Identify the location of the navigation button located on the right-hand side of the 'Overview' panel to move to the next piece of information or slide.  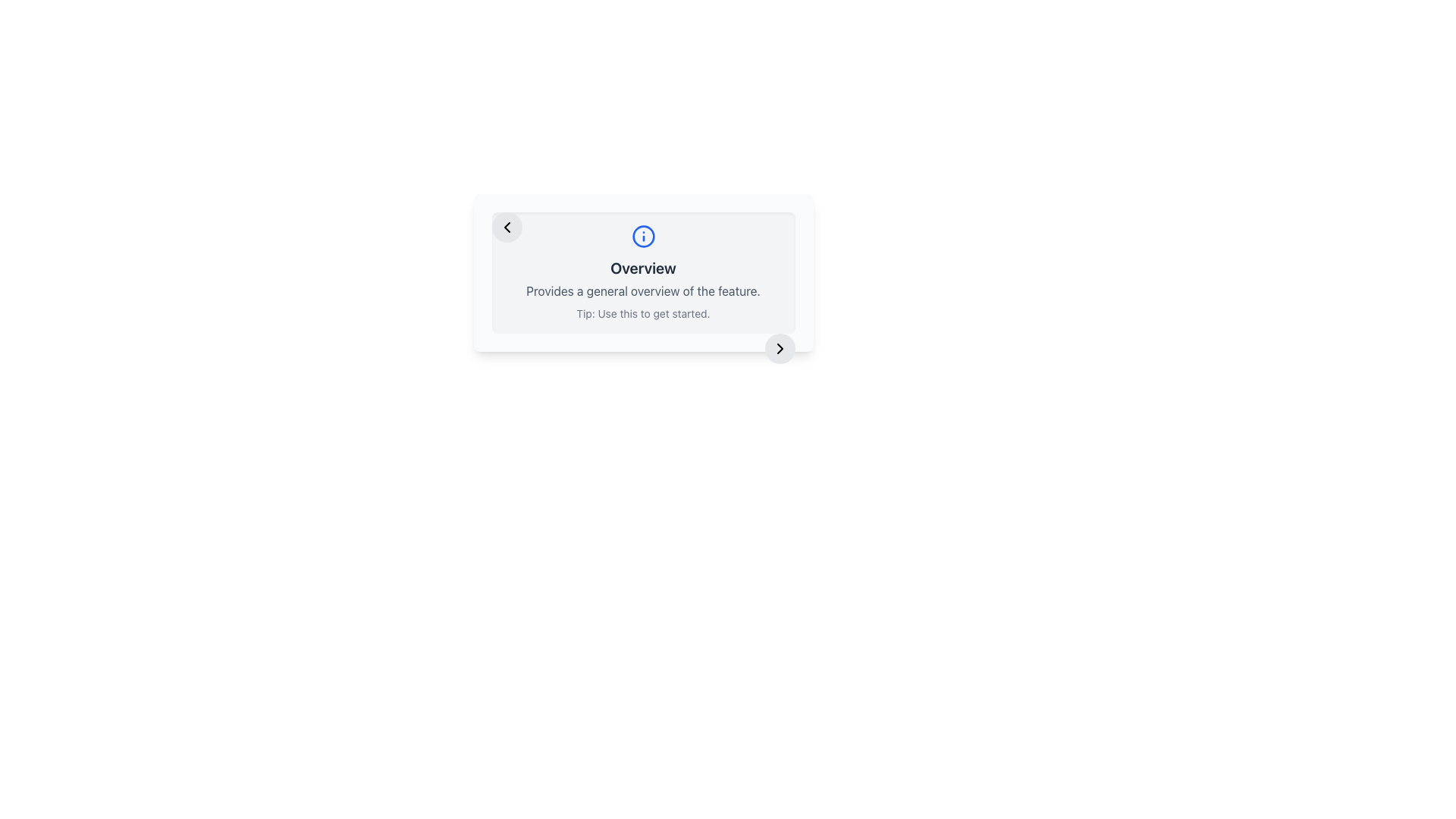
(780, 348).